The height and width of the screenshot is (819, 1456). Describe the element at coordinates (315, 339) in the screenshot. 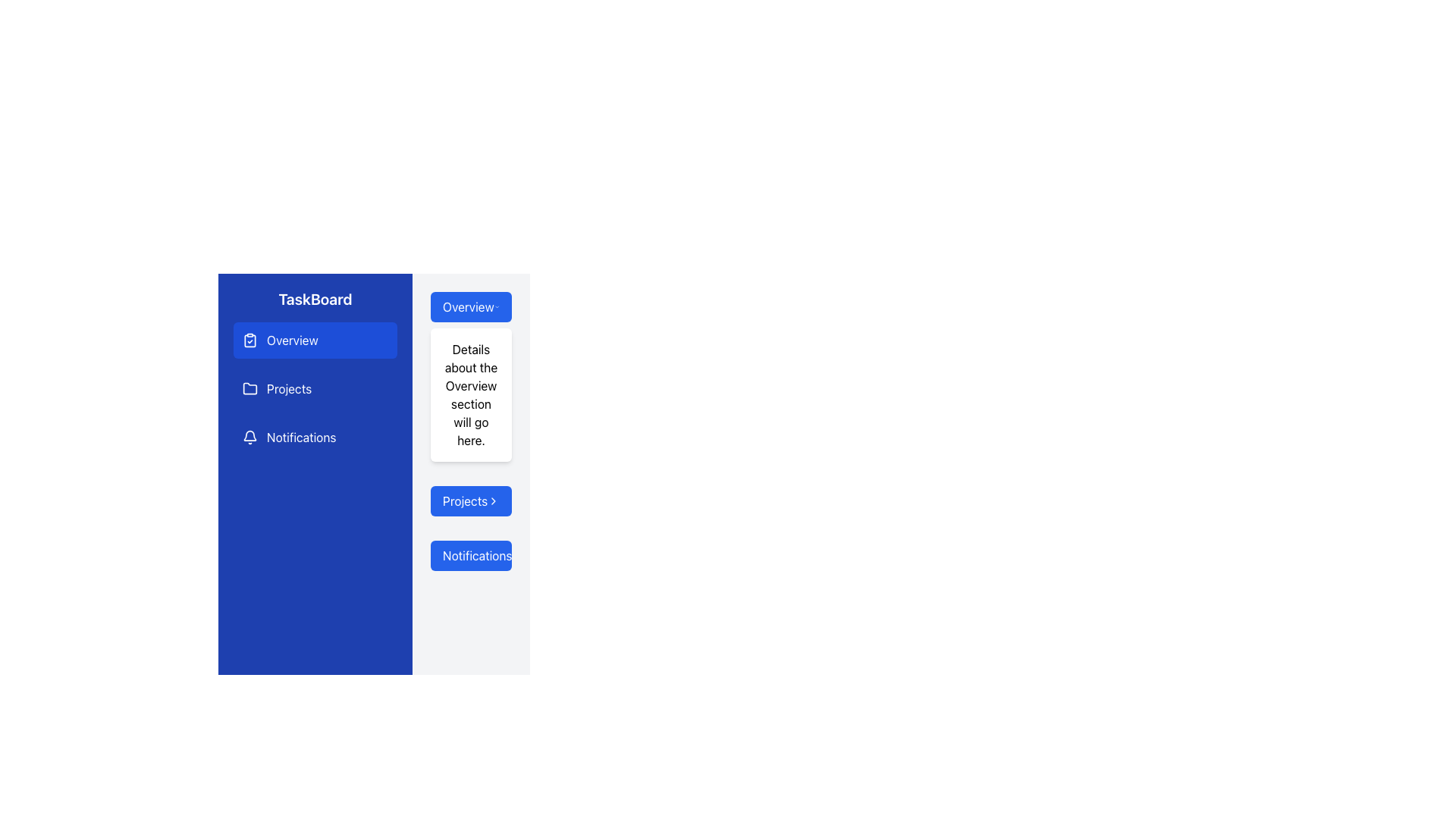

I see `the 'Overview' button in the side menu, which is a rectangular button with a white clipboard icon and a checkmark, styled with a dark blue background` at that location.